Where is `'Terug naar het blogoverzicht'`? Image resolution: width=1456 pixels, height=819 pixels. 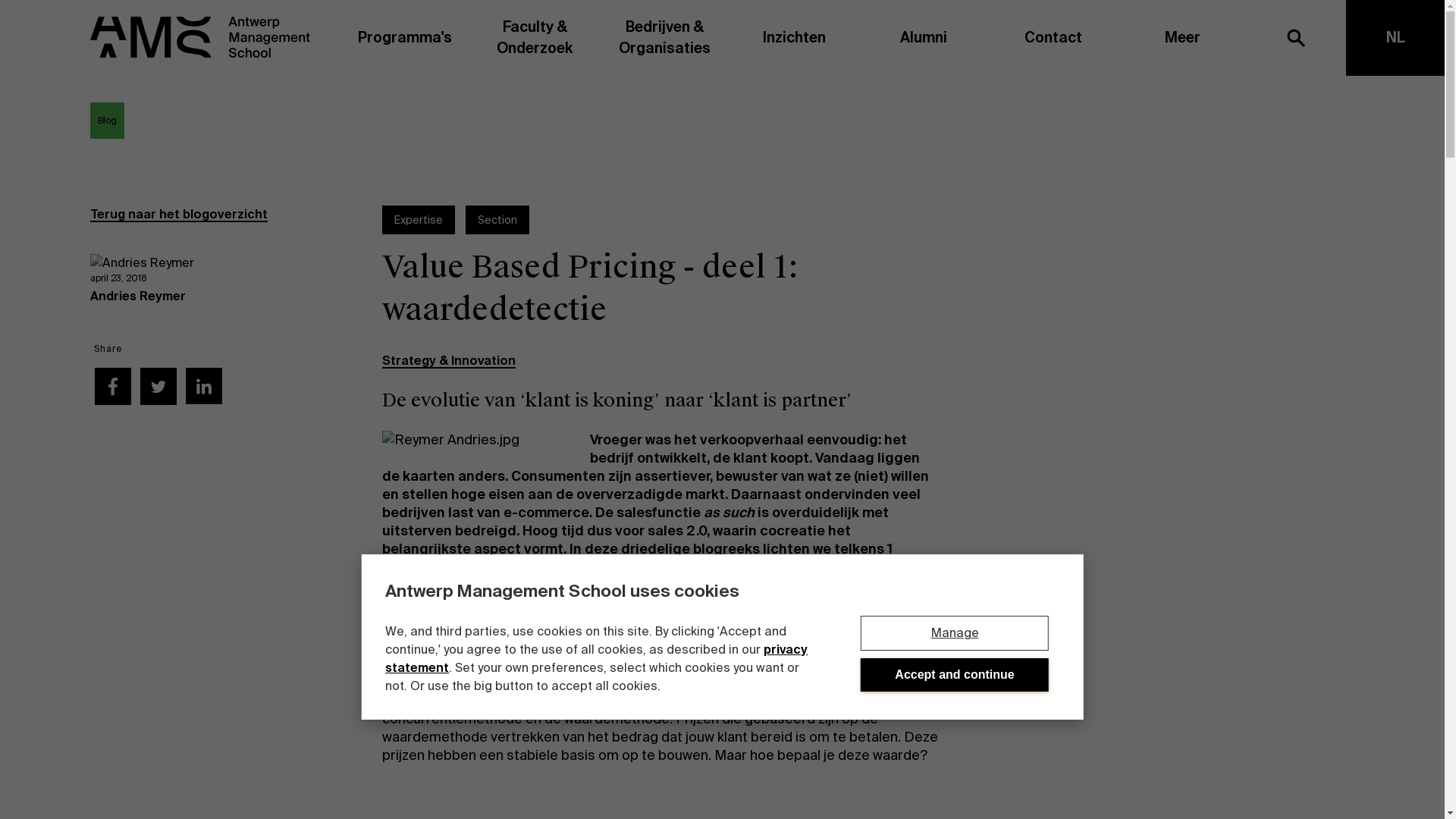 'Terug naar het blogoverzicht' is located at coordinates (178, 214).